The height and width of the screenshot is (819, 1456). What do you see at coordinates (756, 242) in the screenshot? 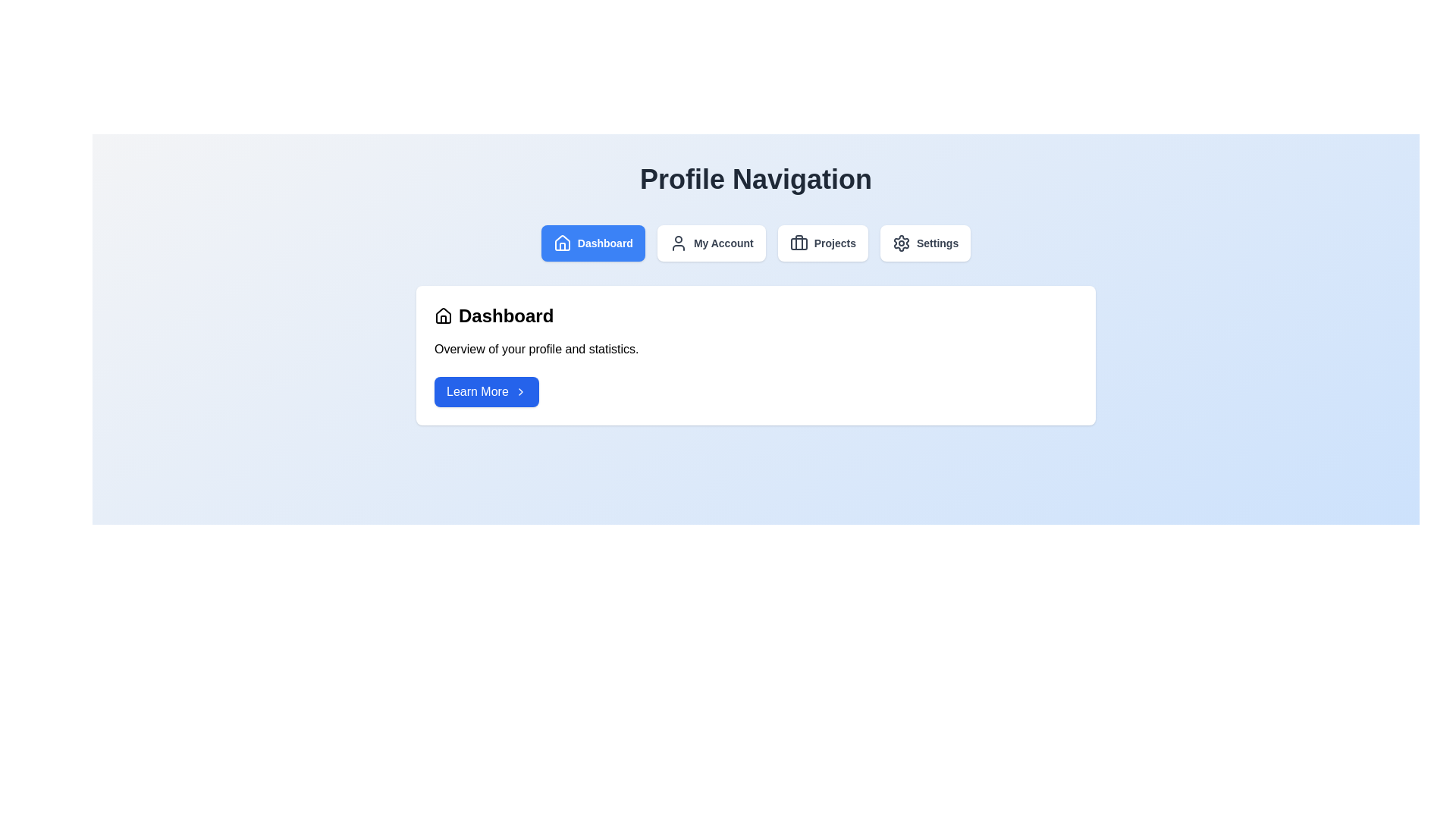
I see `the 'My Account' navigation tab located in the second position of the navigation bar` at bounding box center [756, 242].